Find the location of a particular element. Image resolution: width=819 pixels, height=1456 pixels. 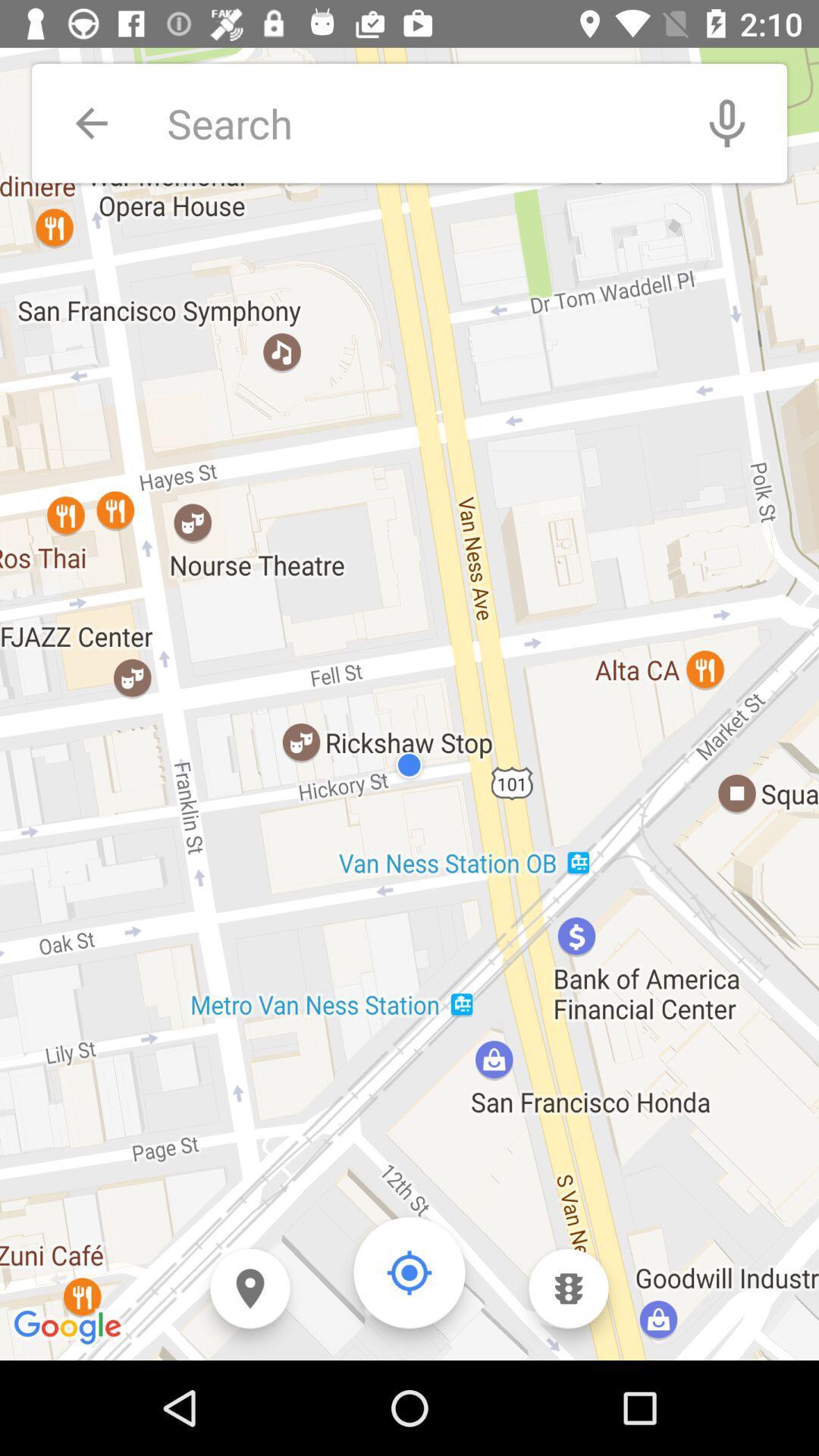

search map is located at coordinates (417, 123).